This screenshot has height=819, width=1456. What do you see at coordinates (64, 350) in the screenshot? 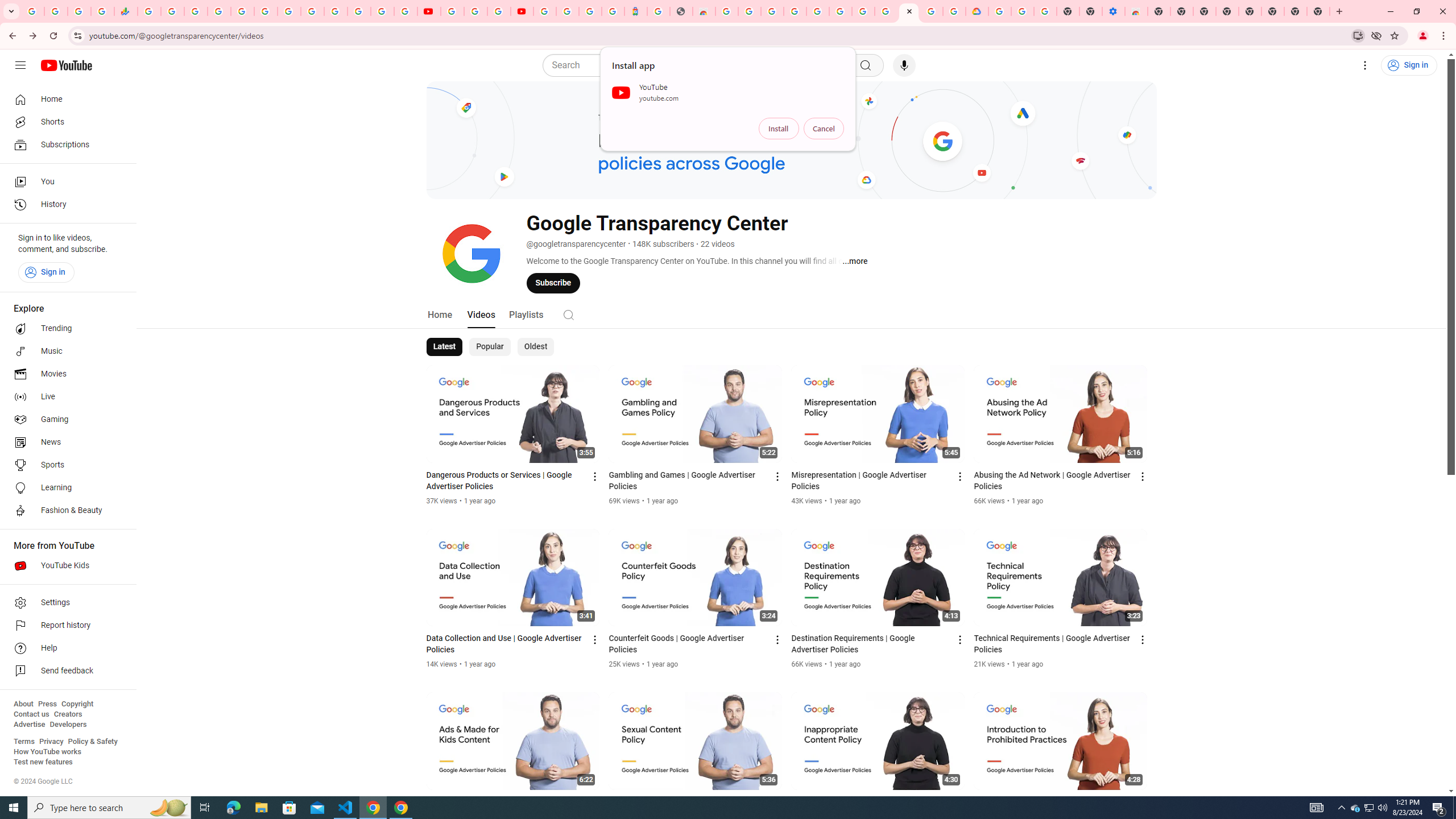
I see `'Music'` at bounding box center [64, 350].